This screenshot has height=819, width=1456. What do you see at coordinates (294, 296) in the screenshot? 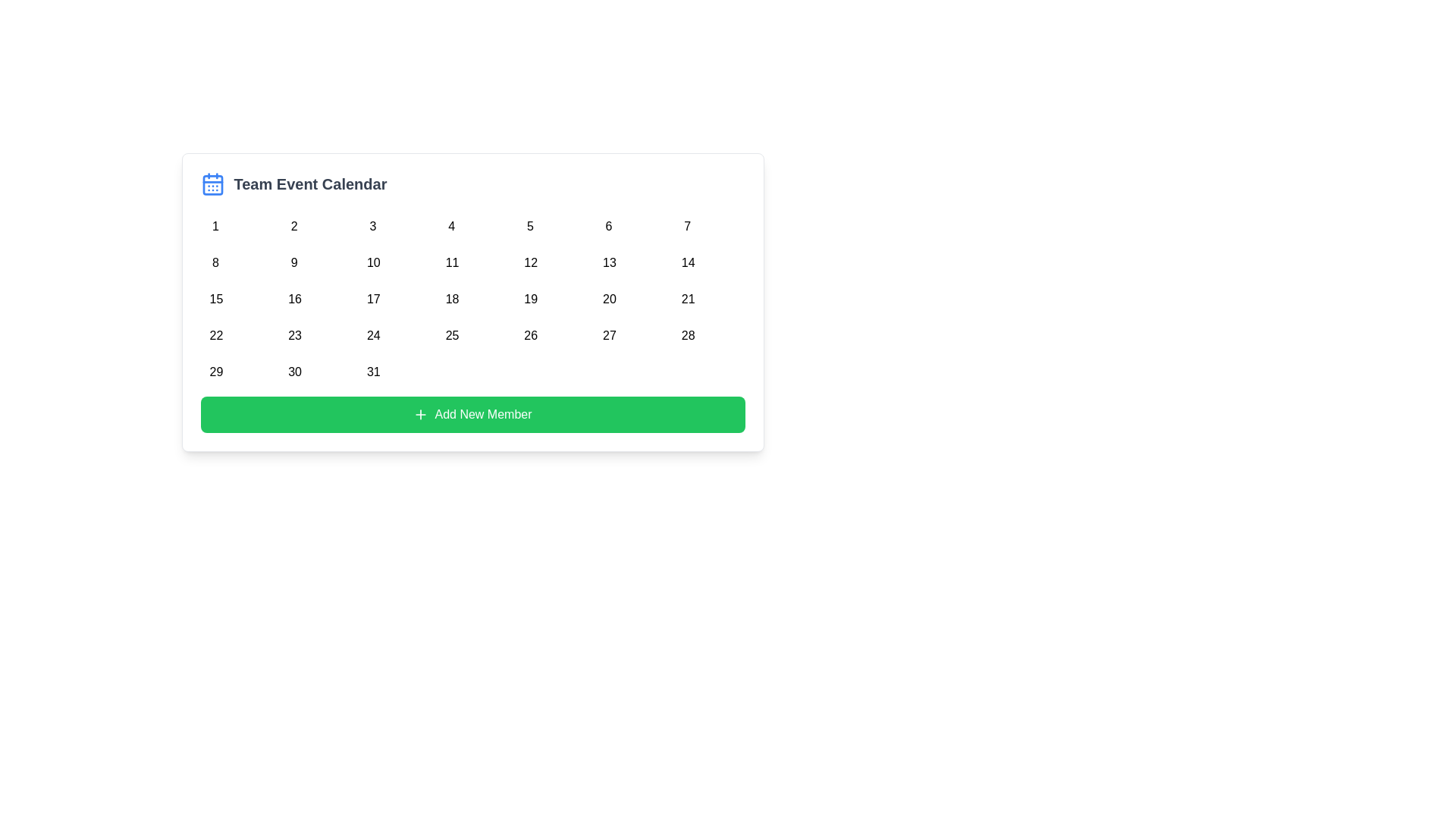
I see `the selectable day button in the monthly calendar interface` at bounding box center [294, 296].